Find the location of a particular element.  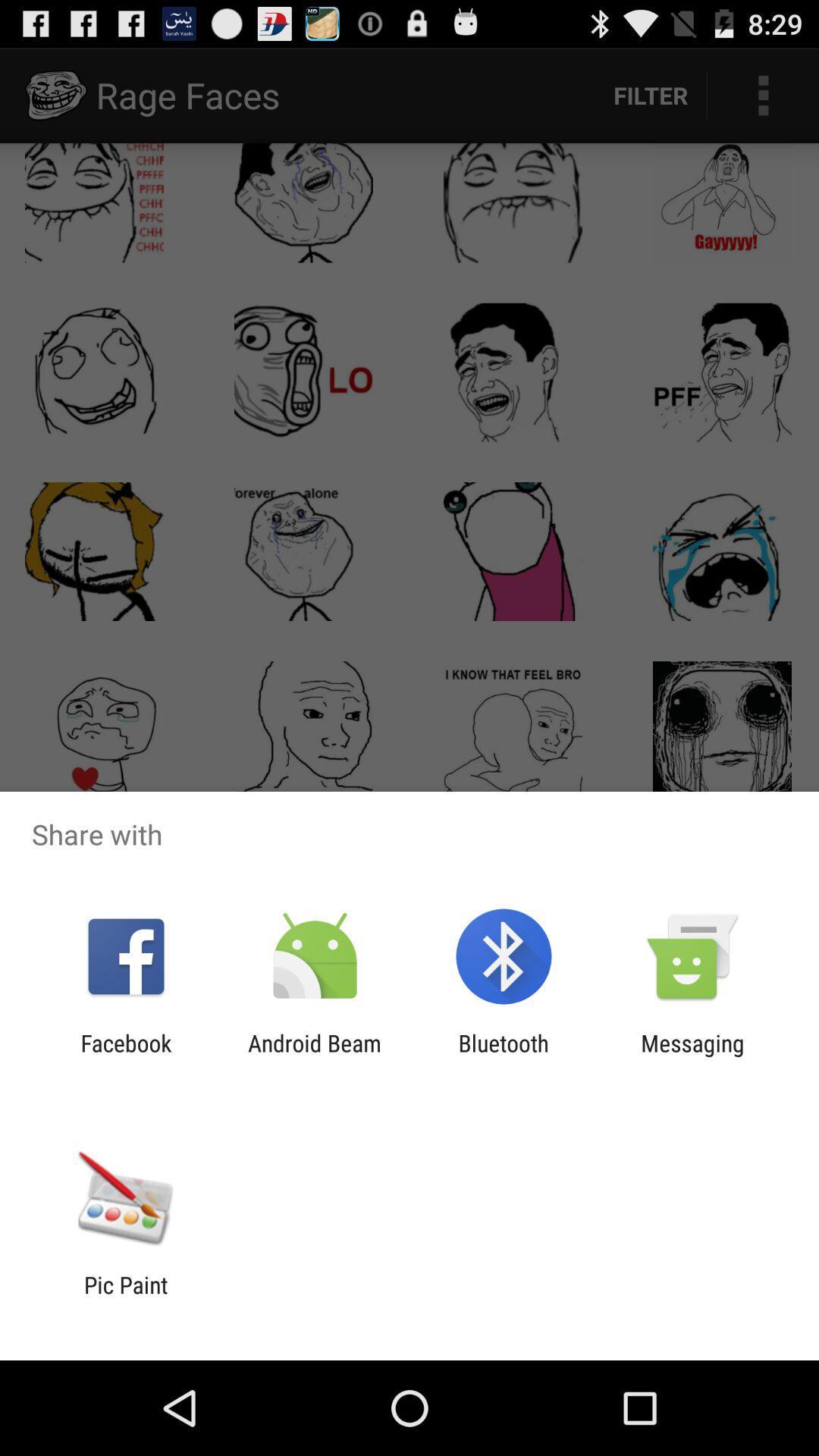

the app to the right of android beam is located at coordinates (504, 1056).